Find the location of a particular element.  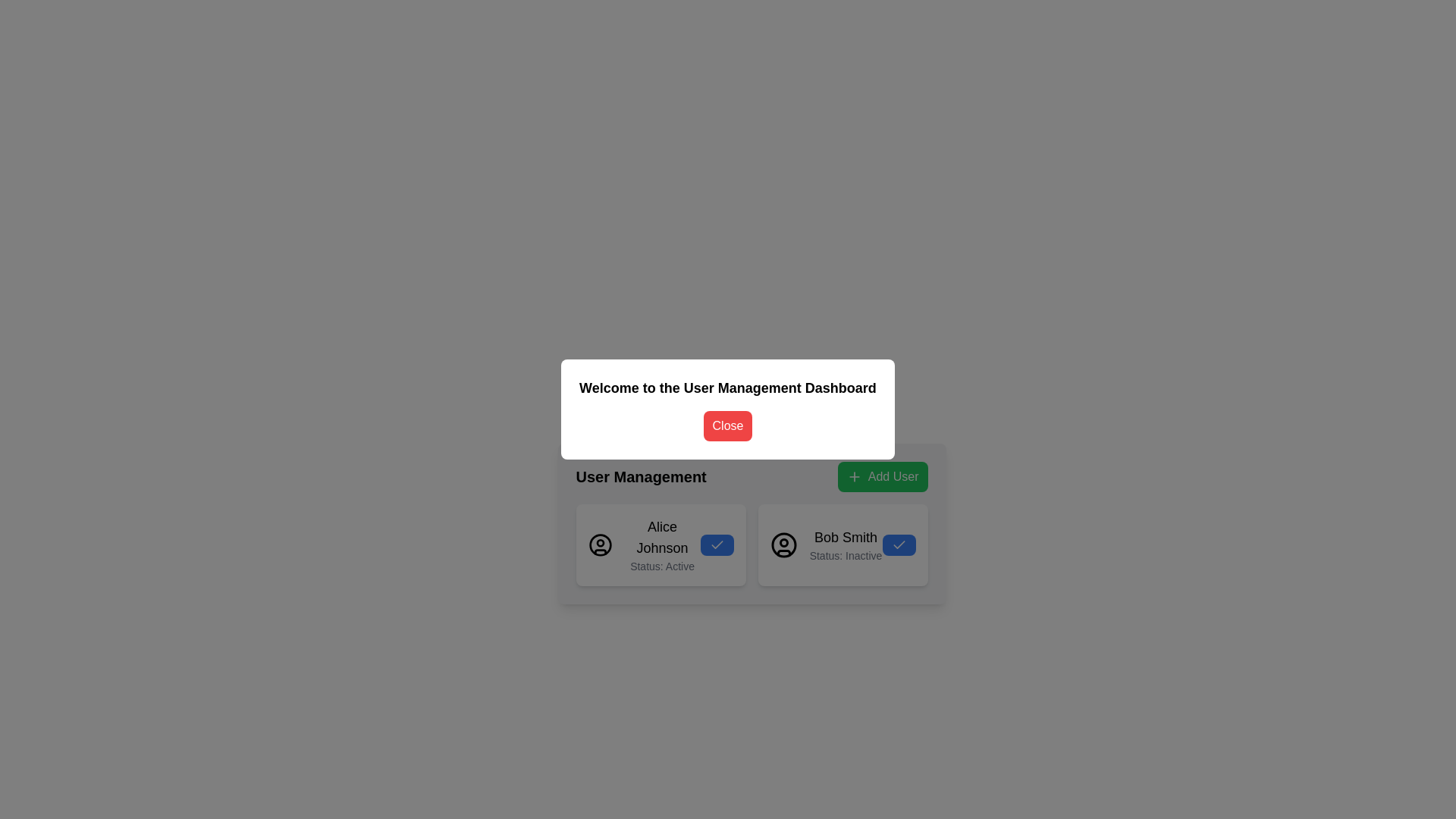

the text label displaying 'Bob Smith' and 'Status: Inactive', located in the second card under the 'User Management' section, positioned under the person silhouette icon and to the left of the blue checkmark button is located at coordinates (845, 544).